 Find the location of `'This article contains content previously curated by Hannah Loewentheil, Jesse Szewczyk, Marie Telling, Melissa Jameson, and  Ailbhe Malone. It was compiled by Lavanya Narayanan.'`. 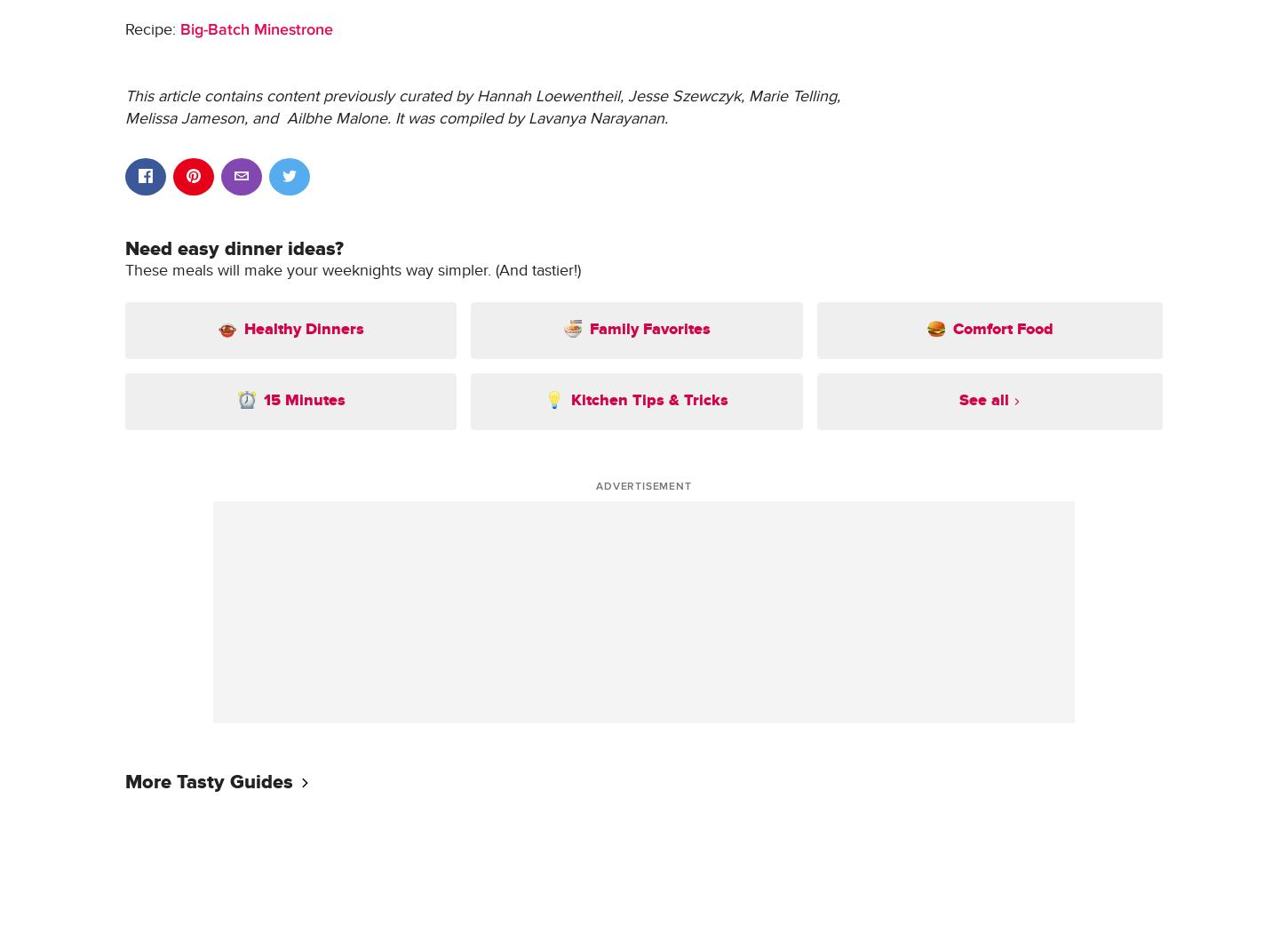

'This article contains content previously curated by Hannah Loewentheil, Jesse Szewczyk, Marie Telling, Melissa Jameson, and  Ailbhe Malone. It was compiled by Lavanya Narayanan.' is located at coordinates (123, 107).